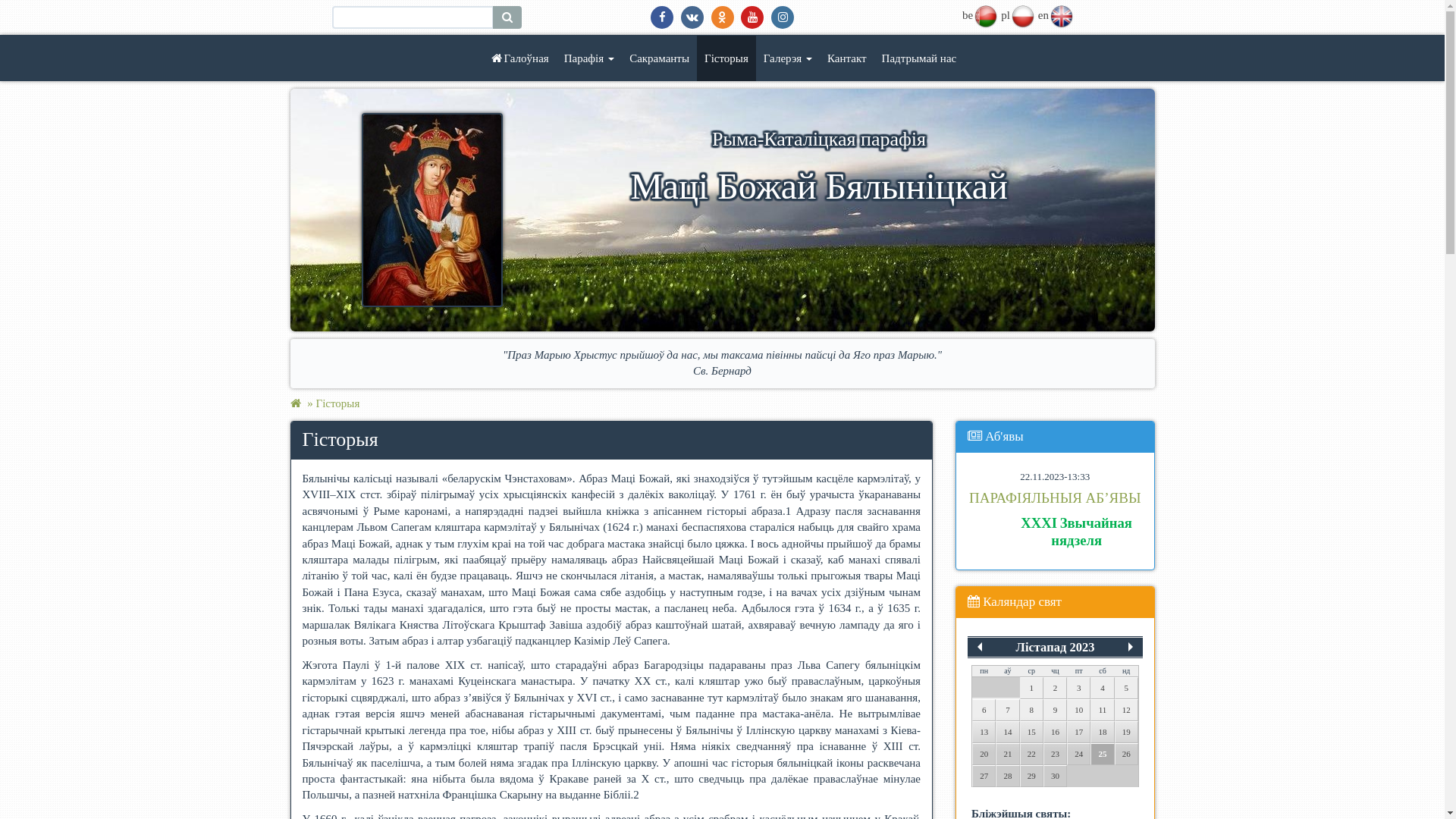 This screenshot has width=1456, height=819. What do you see at coordinates (1078, 688) in the screenshot?
I see `'3'` at bounding box center [1078, 688].